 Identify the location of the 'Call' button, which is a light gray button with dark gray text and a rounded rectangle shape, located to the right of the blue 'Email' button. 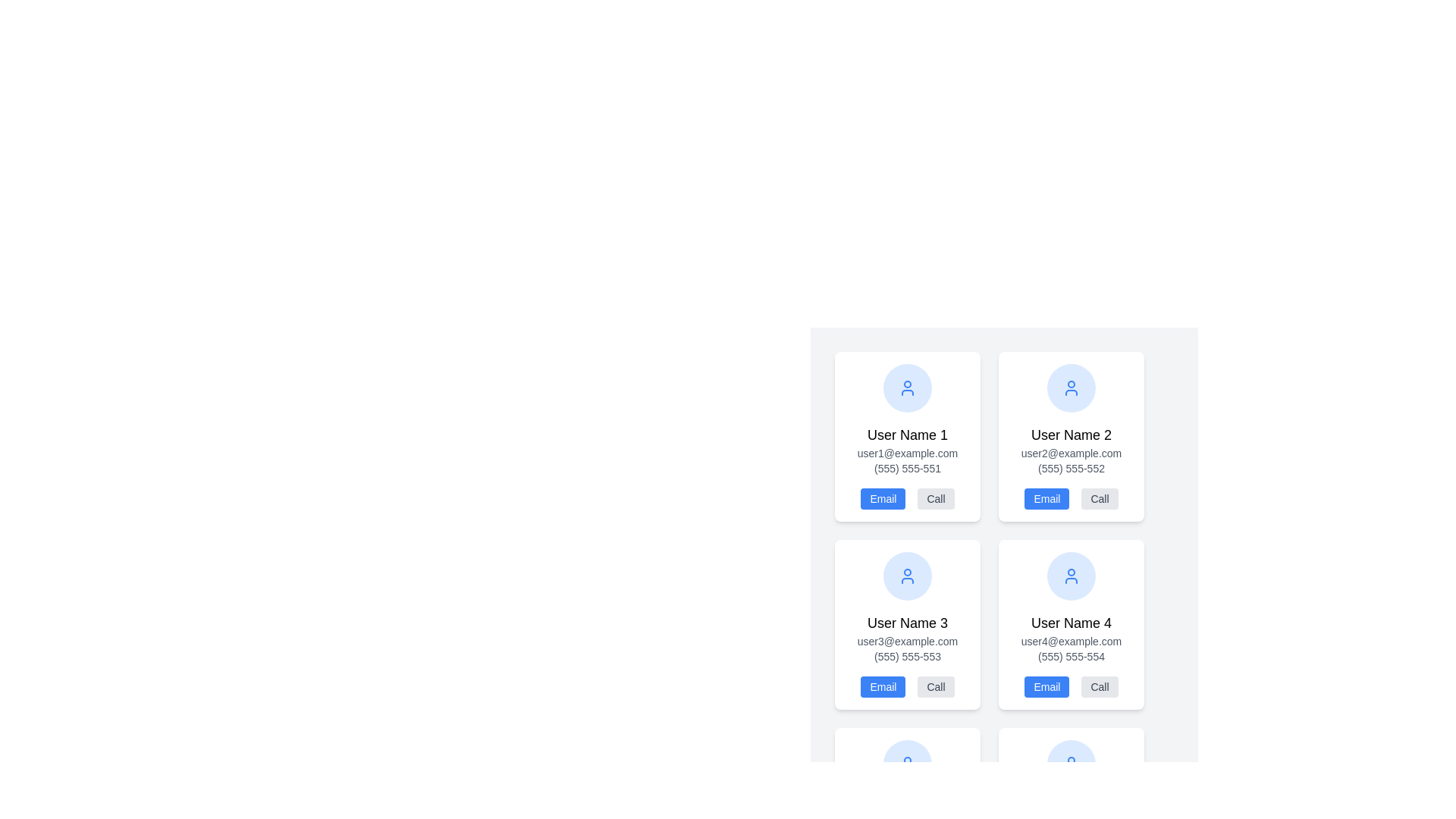
(1100, 499).